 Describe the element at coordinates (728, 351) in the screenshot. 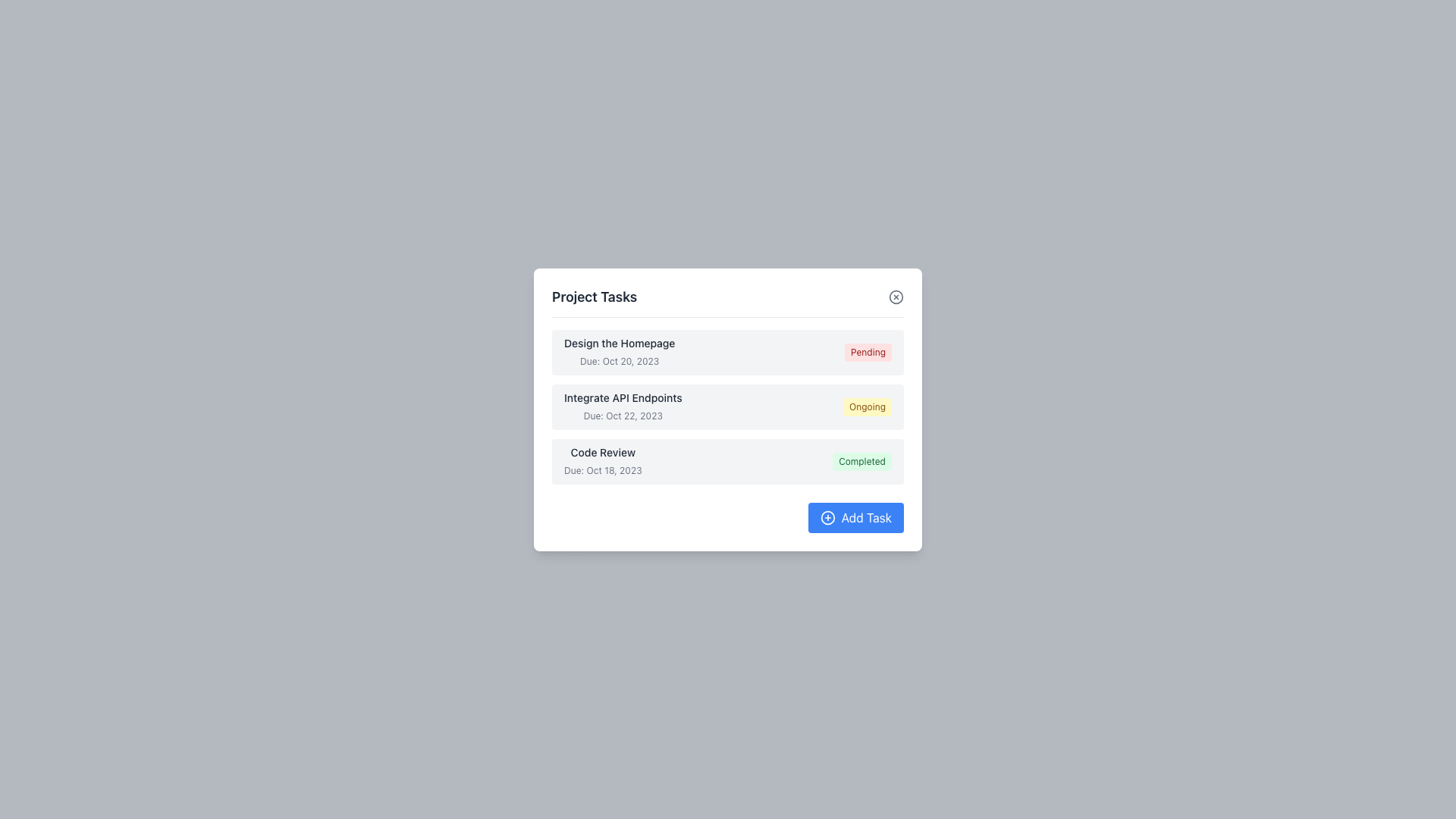

I see `on the first task display row in the task management interface, which shows the task's title, deadline, and current status ('Pending')` at that location.